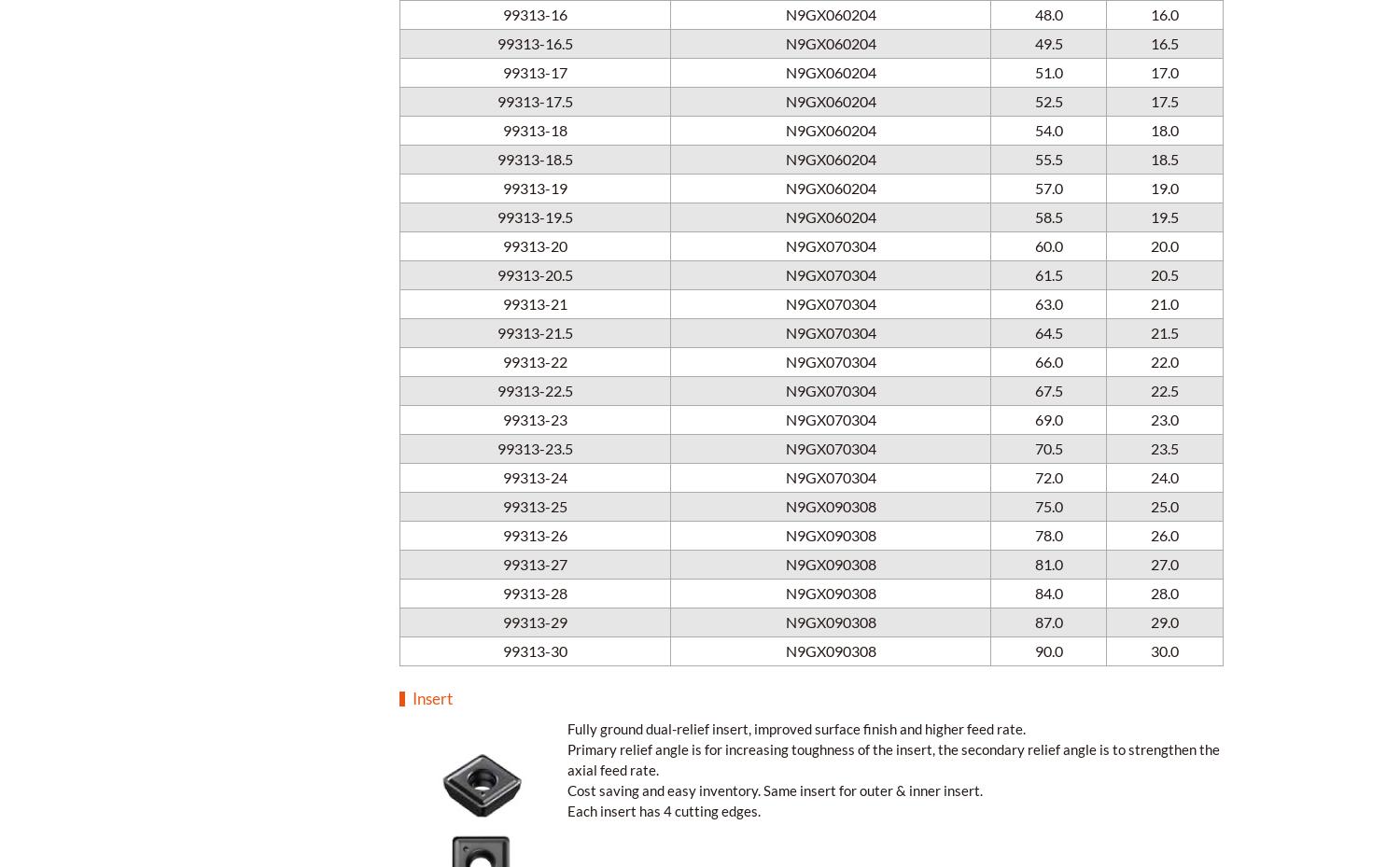  What do you see at coordinates (1164, 100) in the screenshot?
I see `'17.5'` at bounding box center [1164, 100].